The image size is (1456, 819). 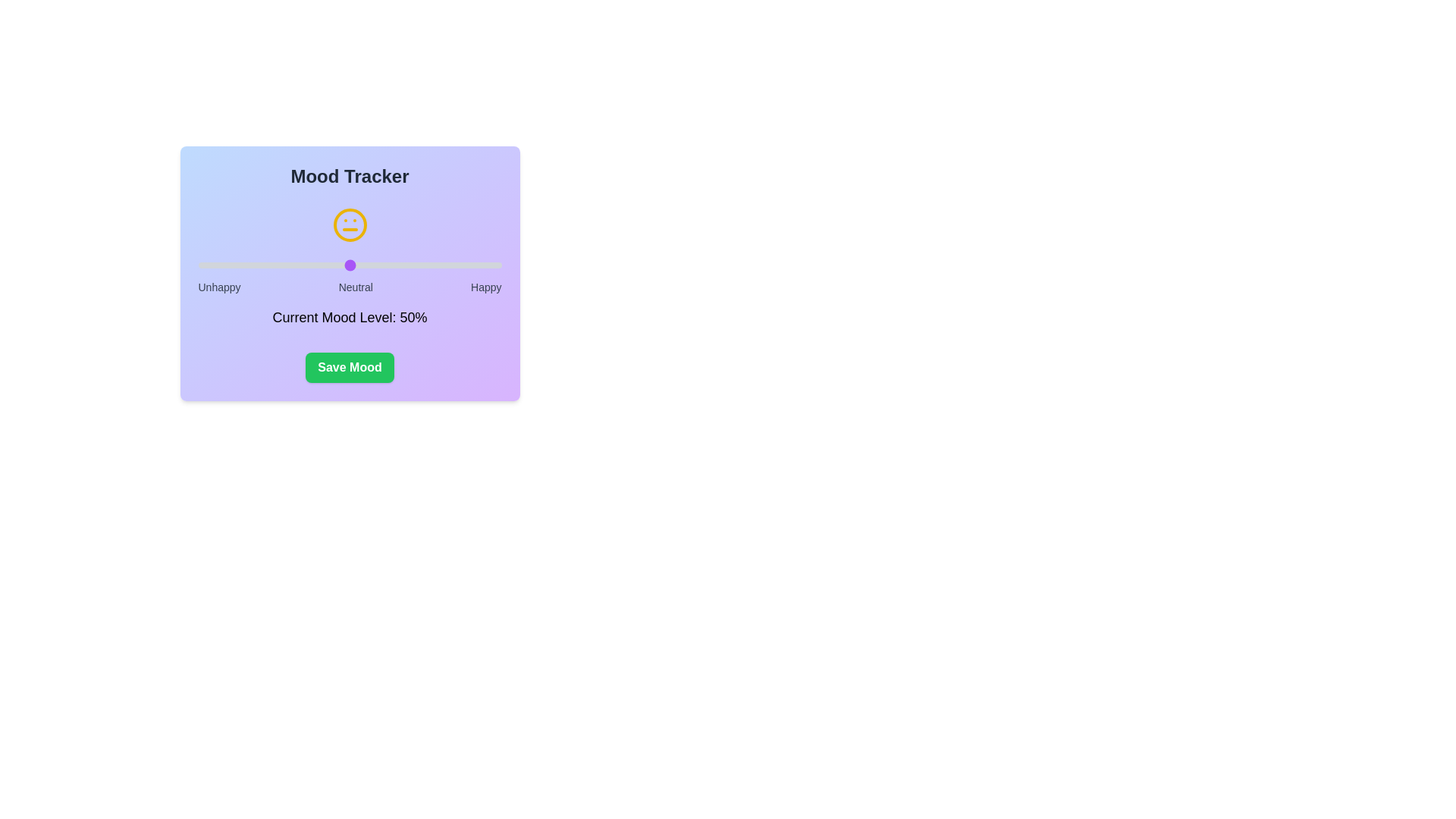 I want to click on the mood slider to set the mood level to 14%, so click(x=240, y=265).